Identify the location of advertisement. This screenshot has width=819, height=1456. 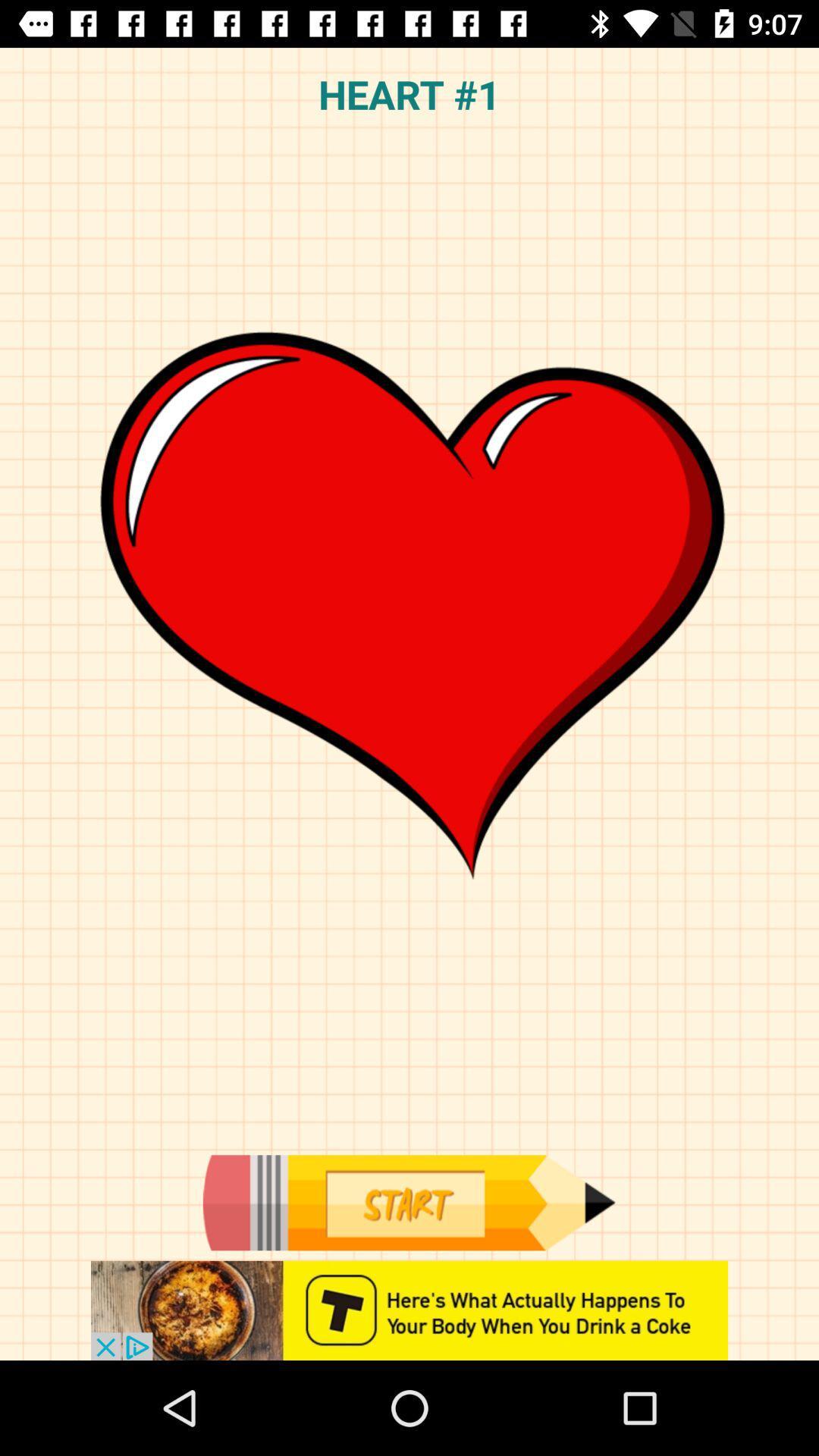
(409, 1310).